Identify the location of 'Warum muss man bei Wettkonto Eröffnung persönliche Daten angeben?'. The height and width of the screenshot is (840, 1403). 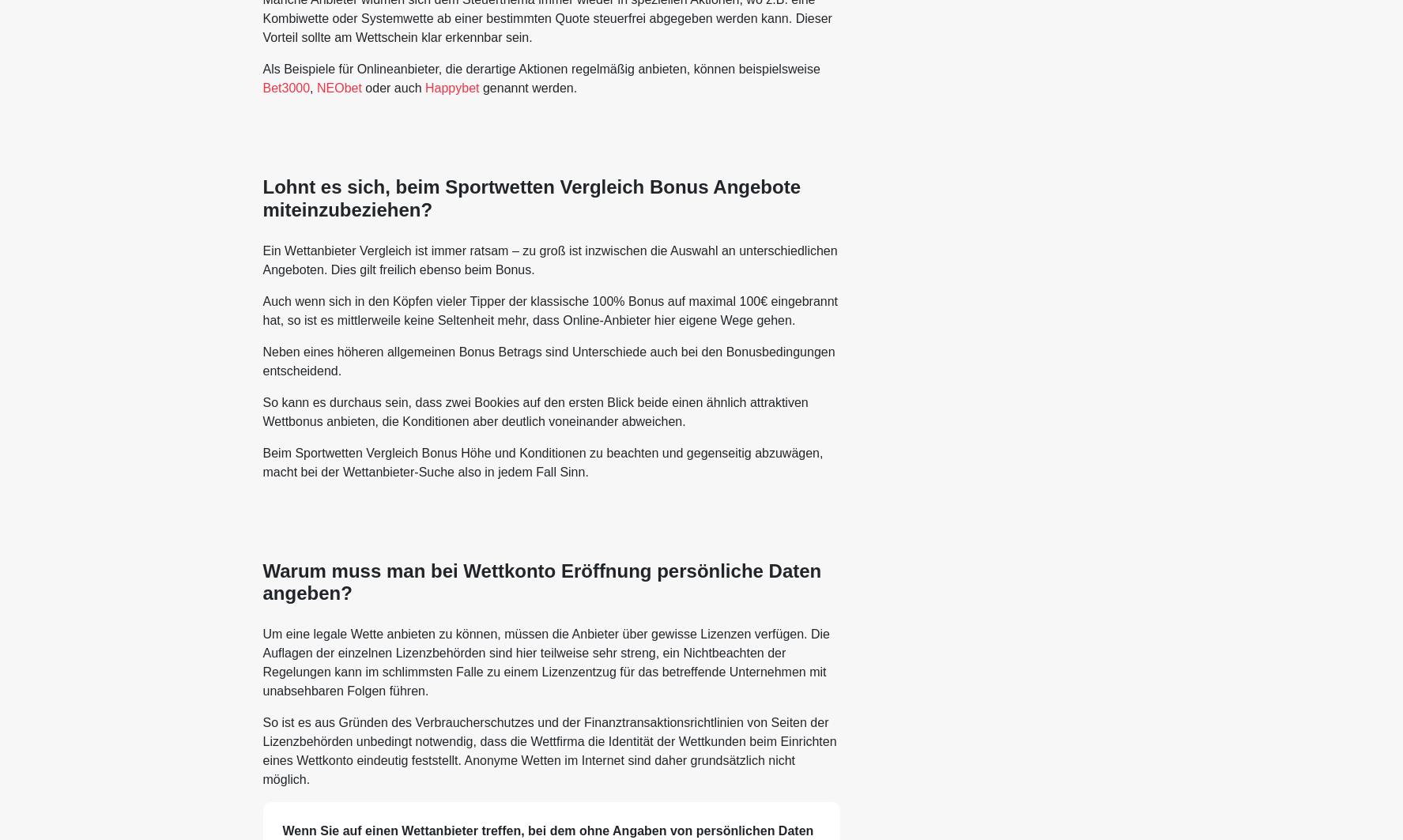
(541, 581).